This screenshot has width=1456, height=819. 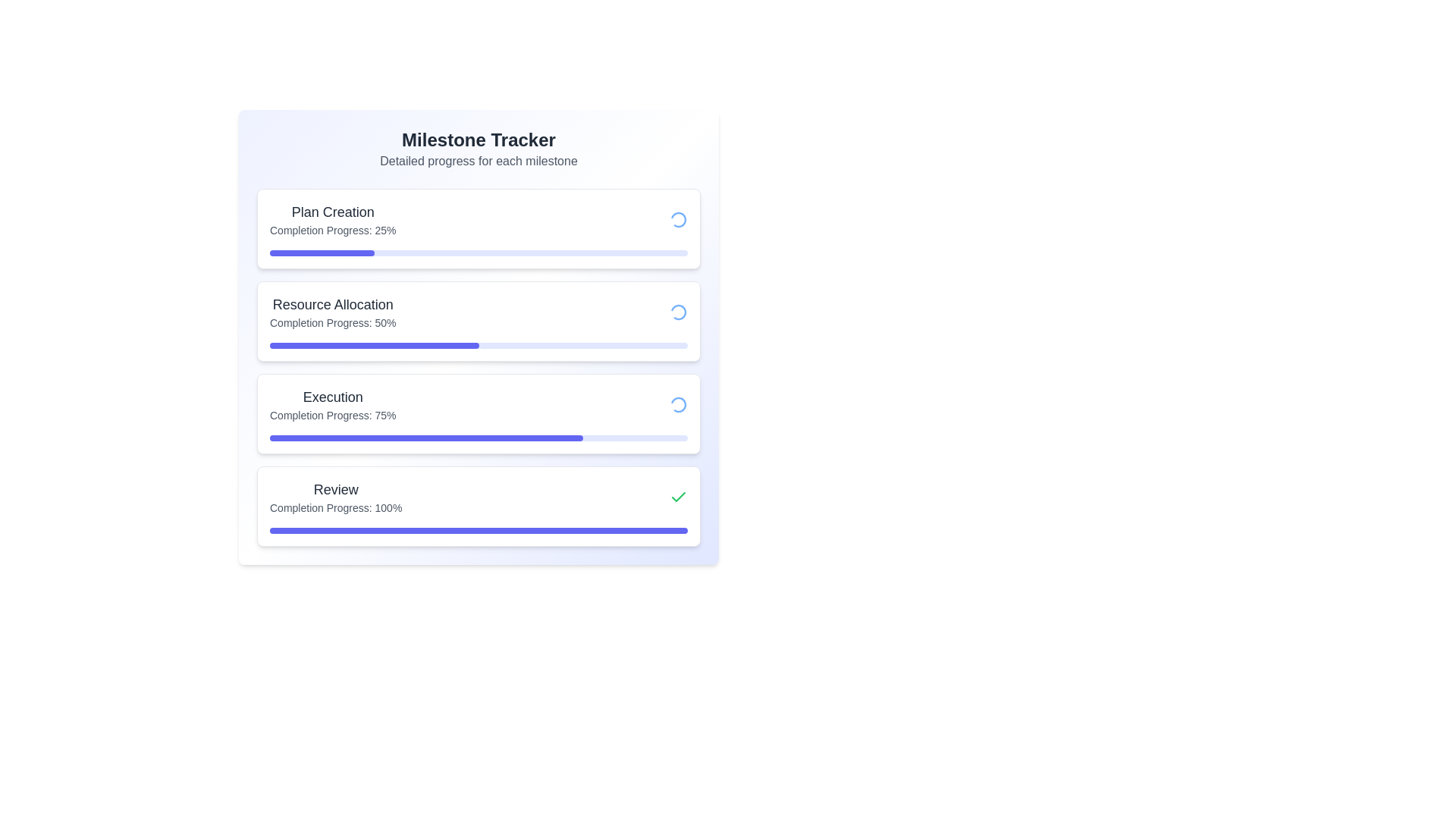 I want to click on the circular loading spinner icon located at the top-right part of the 'Plan Creation' section in the 'Milestone Tracker', so click(x=677, y=219).